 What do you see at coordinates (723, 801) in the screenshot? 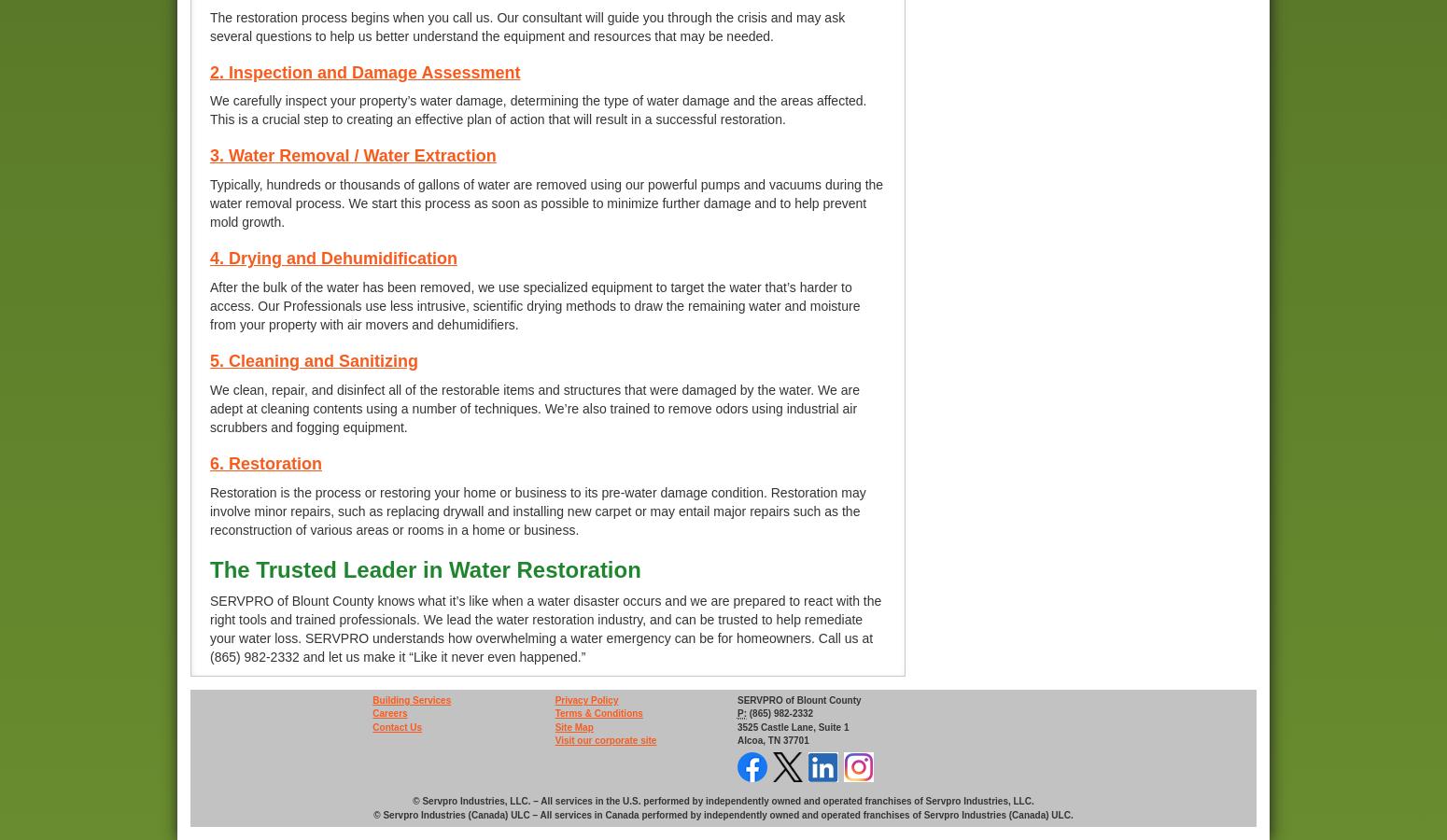
I see `'© Servpro Industries, LLC. – All services in the U.S. performed by independently owned and operated franchises of Servpro Industries, LLC.'` at bounding box center [723, 801].